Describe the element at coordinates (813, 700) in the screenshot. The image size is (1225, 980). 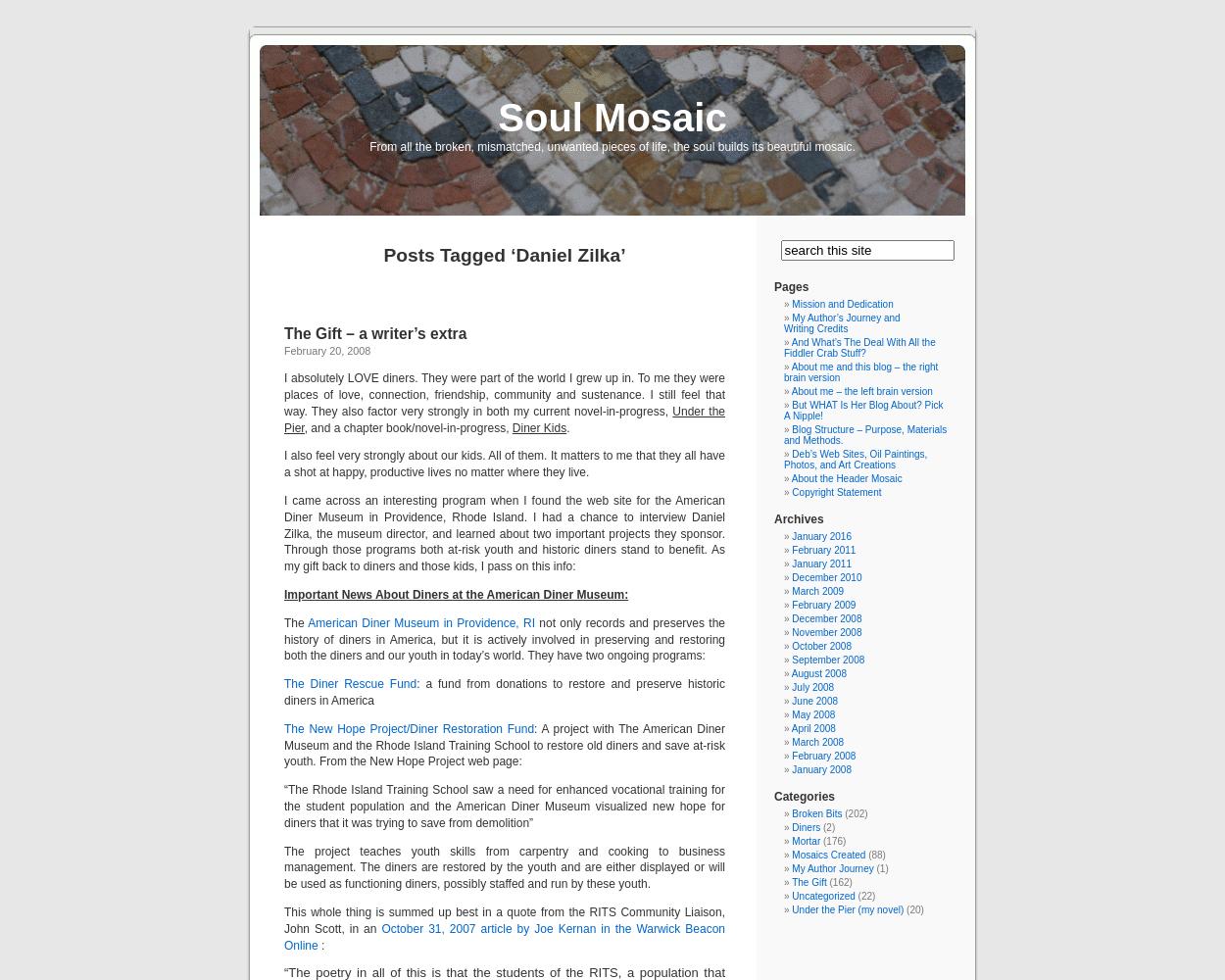
I see `'June 2008'` at that location.